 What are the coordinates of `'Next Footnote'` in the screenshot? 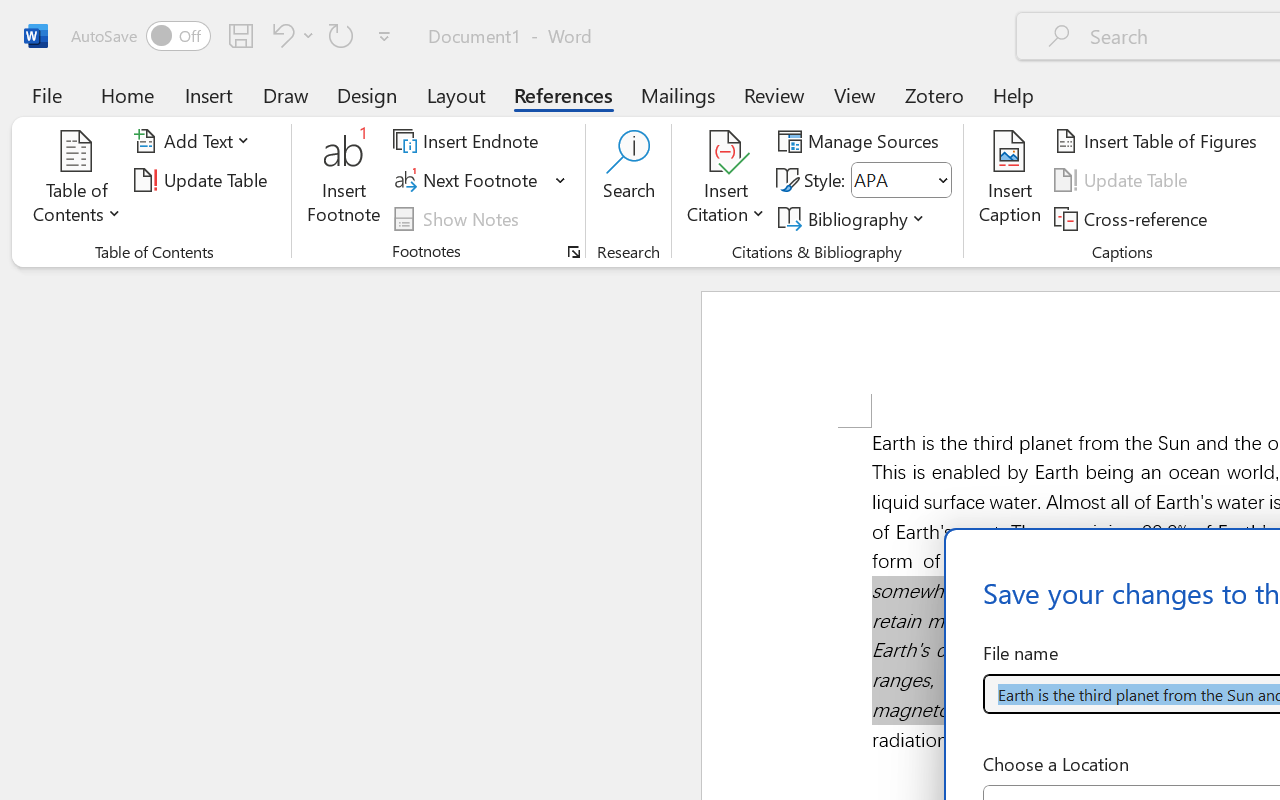 It's located at (480, 179).